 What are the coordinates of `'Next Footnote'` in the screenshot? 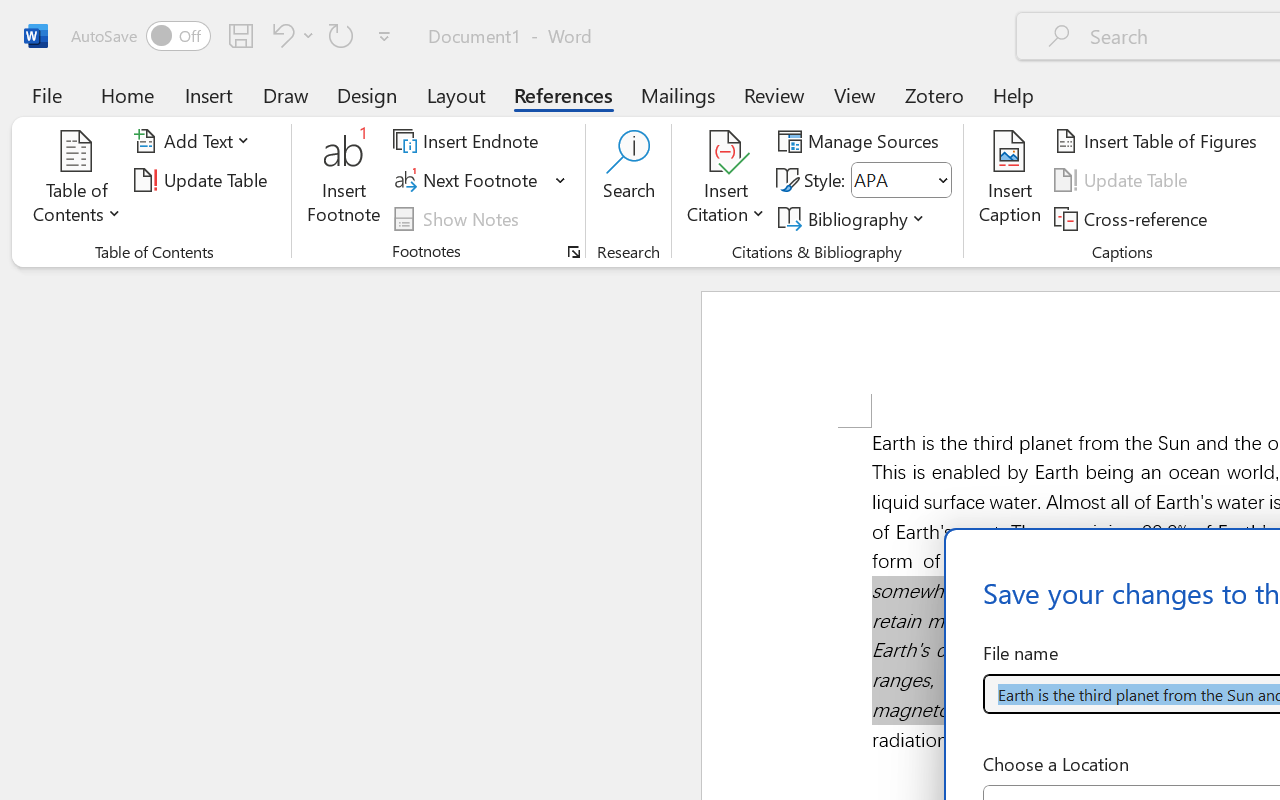 It's located at (480, 179).